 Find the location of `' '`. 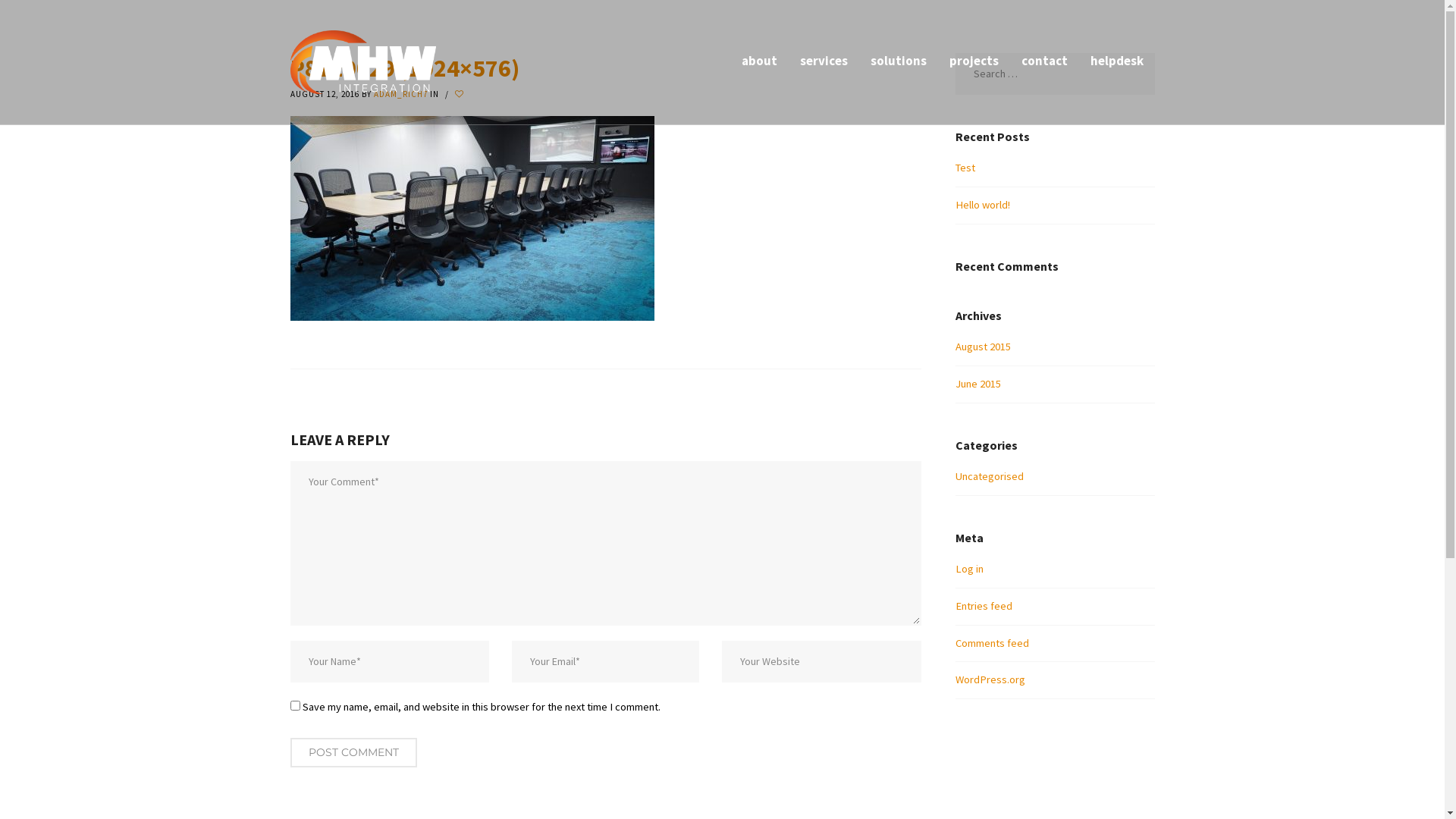

' ' is located at coordinates (460, 93).